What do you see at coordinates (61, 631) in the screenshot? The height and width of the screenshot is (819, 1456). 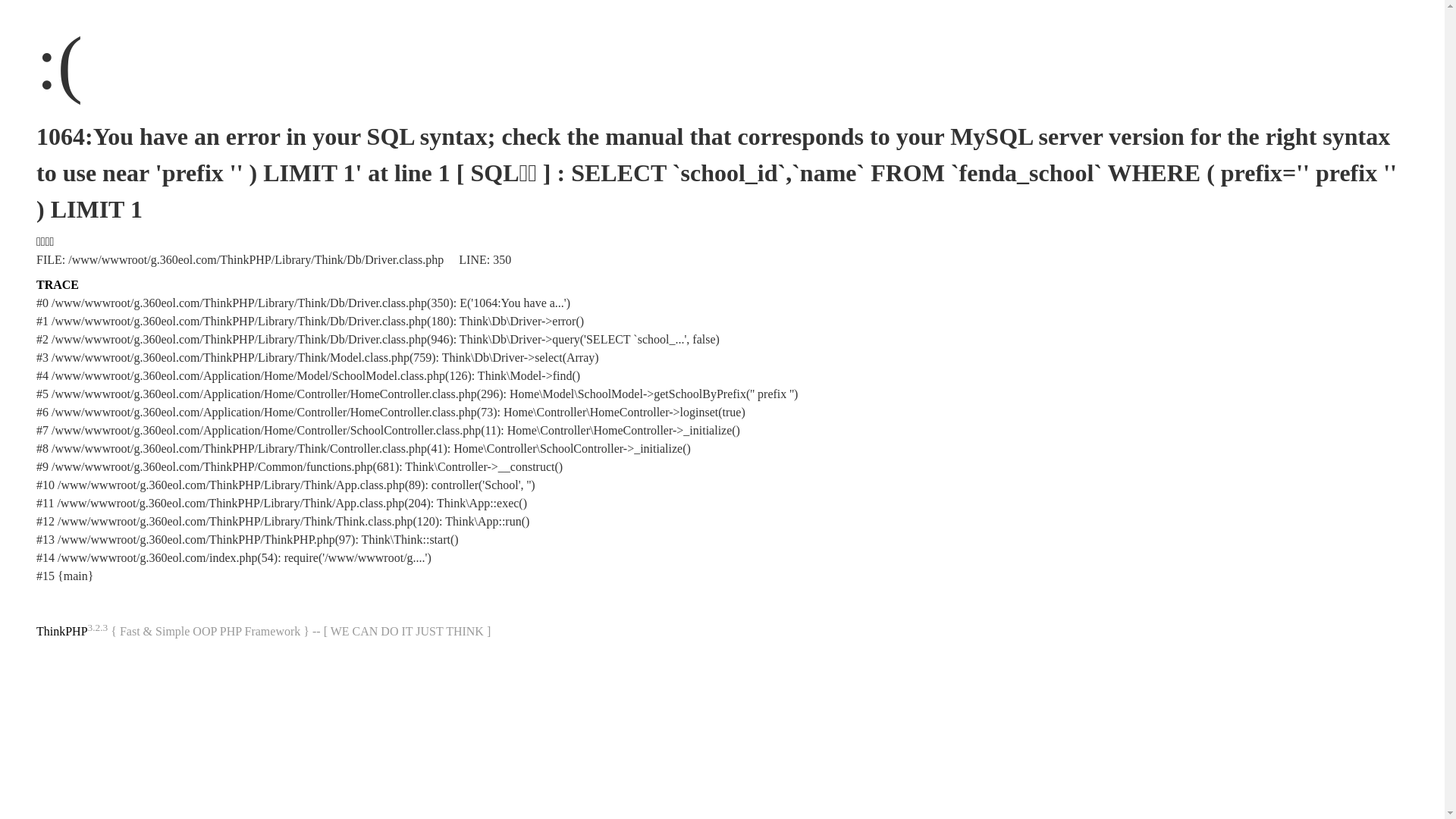 I see `'ThinkPHP'` at bounding box center [61, 631].